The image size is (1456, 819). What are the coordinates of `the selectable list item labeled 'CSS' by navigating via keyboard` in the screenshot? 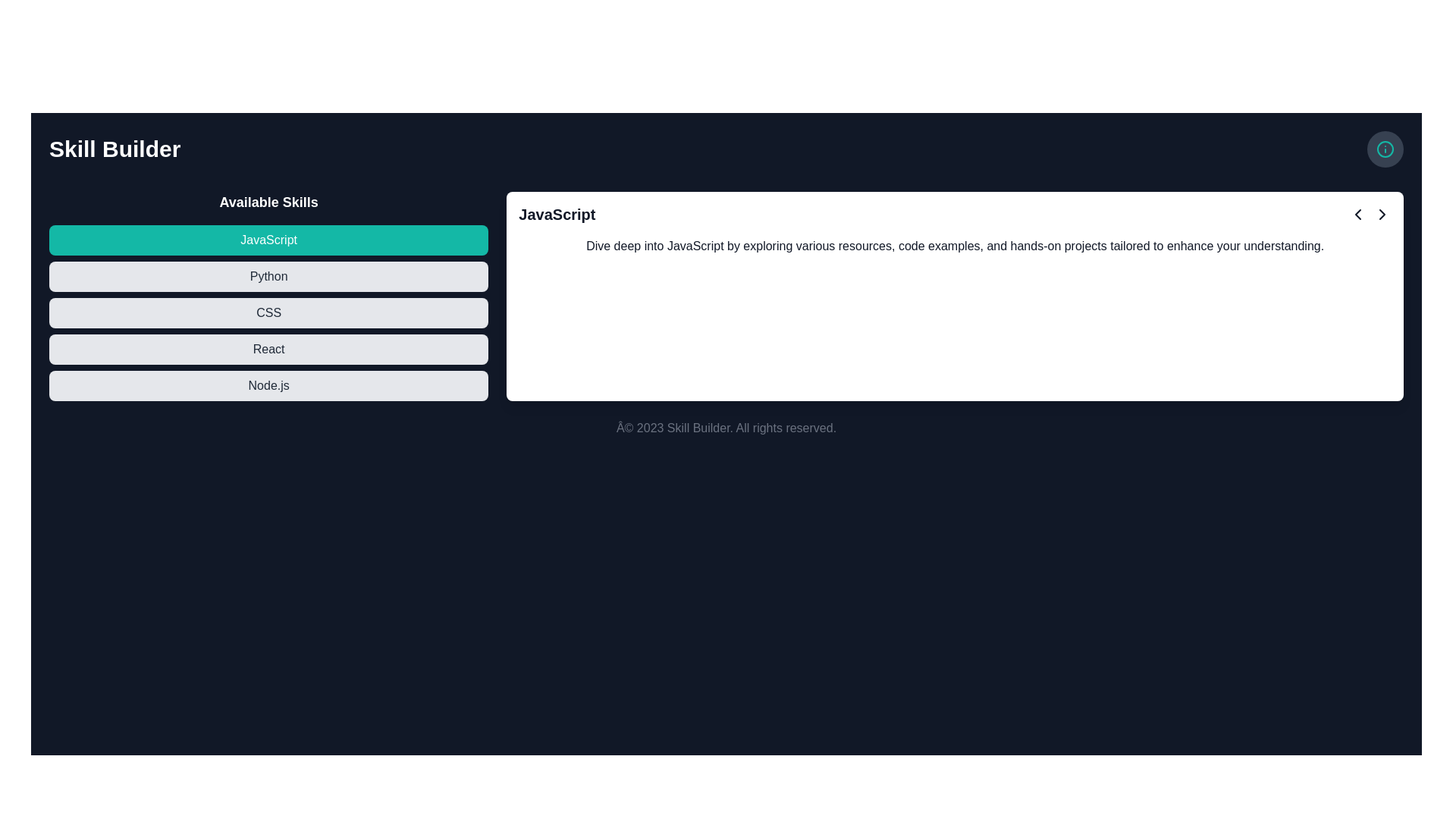 It's located at (268, 312).